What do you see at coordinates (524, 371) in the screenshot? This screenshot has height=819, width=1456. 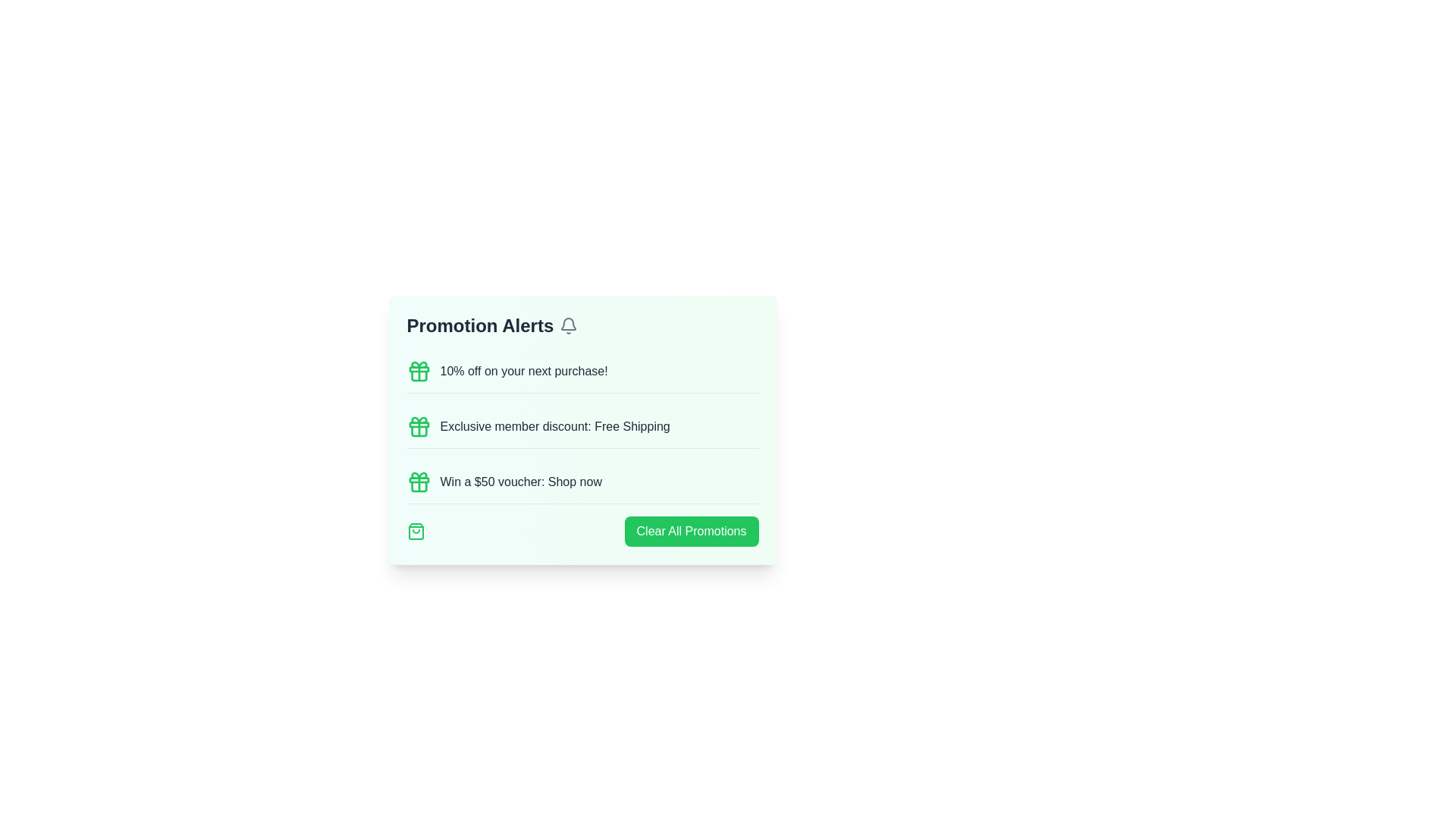 I see `the text label stating '10% off on your next purchase!' which is the first entry in the 'Promotion Alerts' section, positioned to the right of the green gift icon` at bounding box center [524, 371].